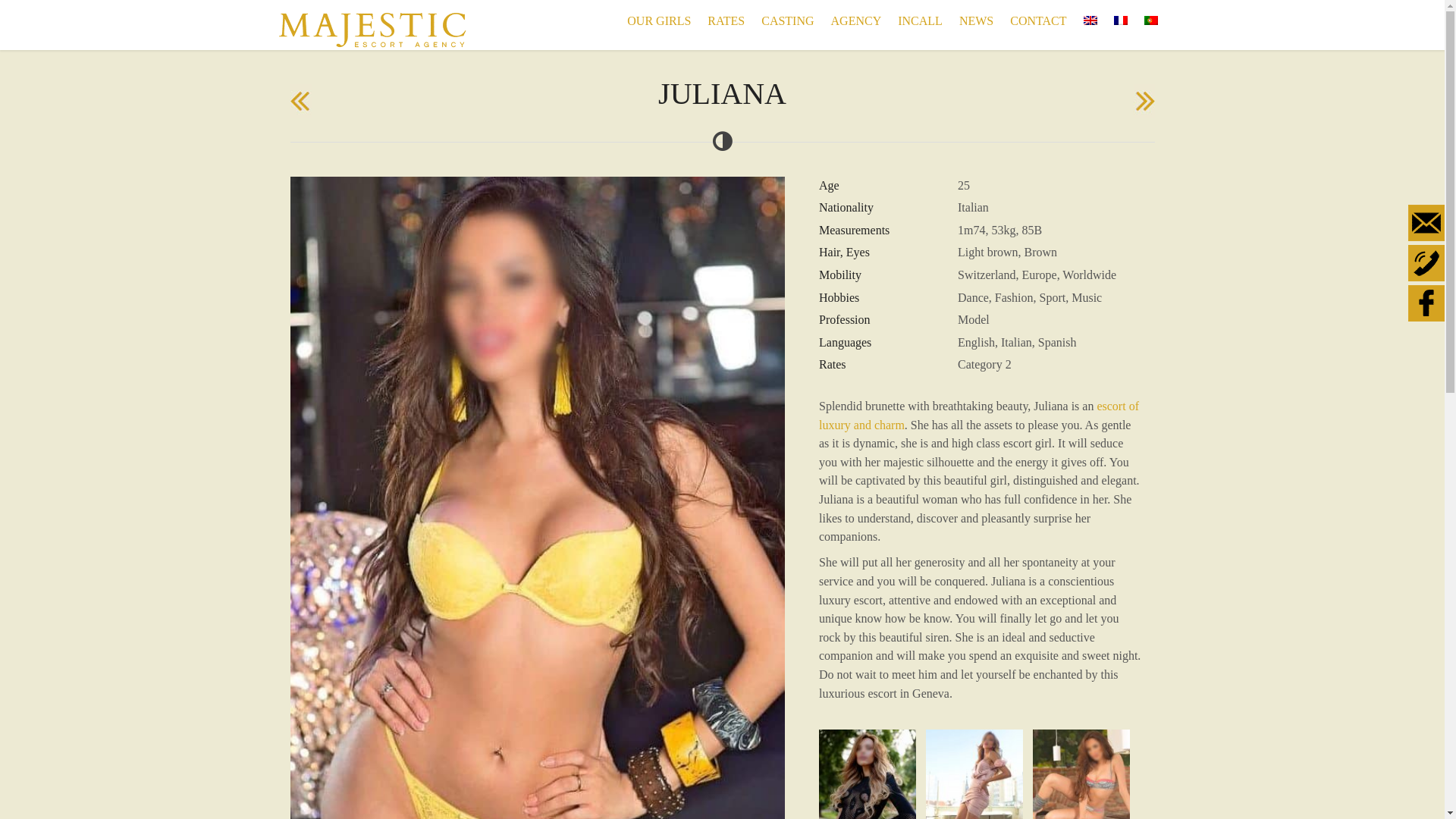 The width and height of the screenshot is (1456, 819). I want to click on 'RATES', so click(725, 20).